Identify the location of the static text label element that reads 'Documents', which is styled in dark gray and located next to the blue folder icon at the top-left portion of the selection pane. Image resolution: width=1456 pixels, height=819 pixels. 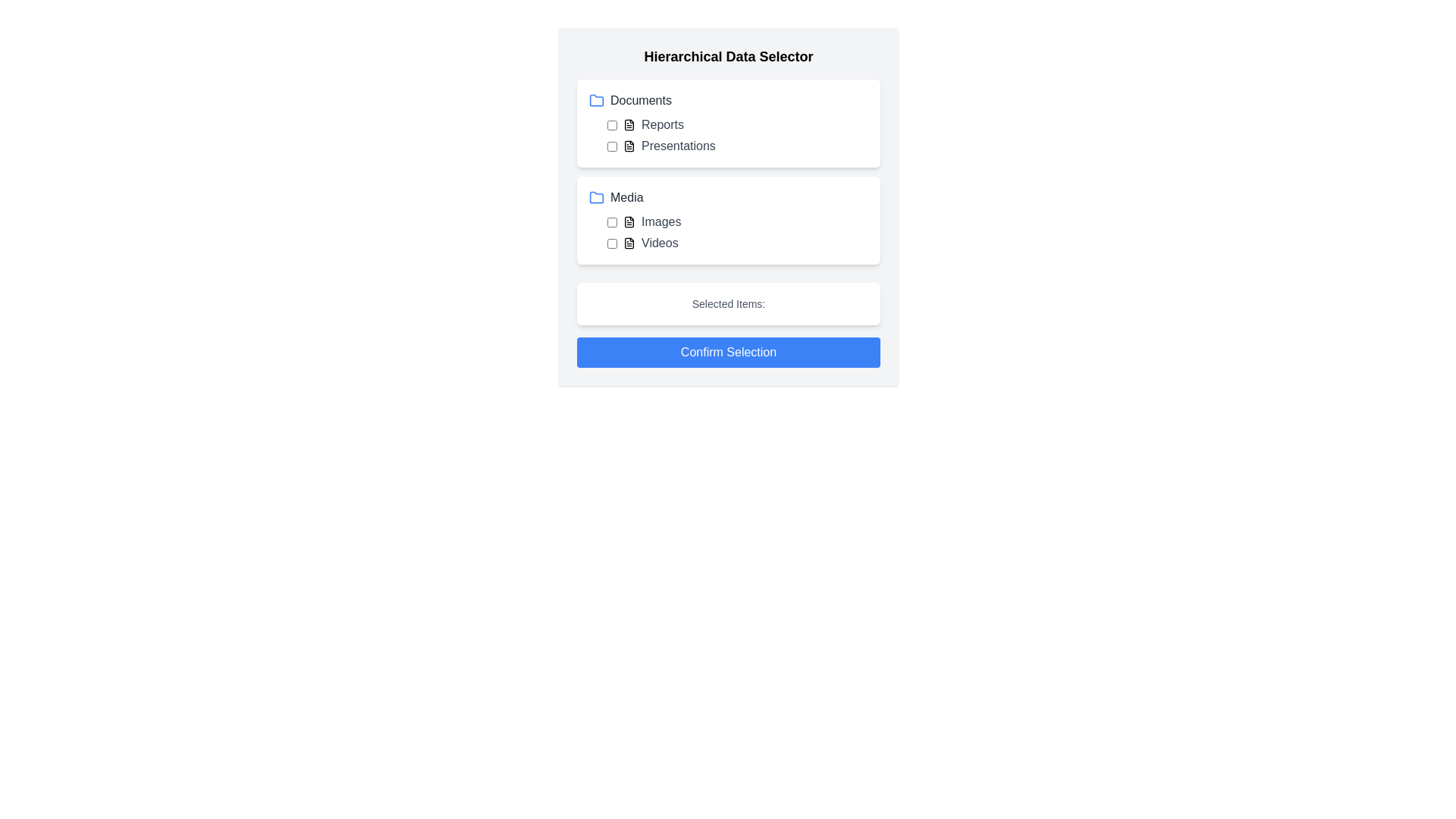
(641, 100).